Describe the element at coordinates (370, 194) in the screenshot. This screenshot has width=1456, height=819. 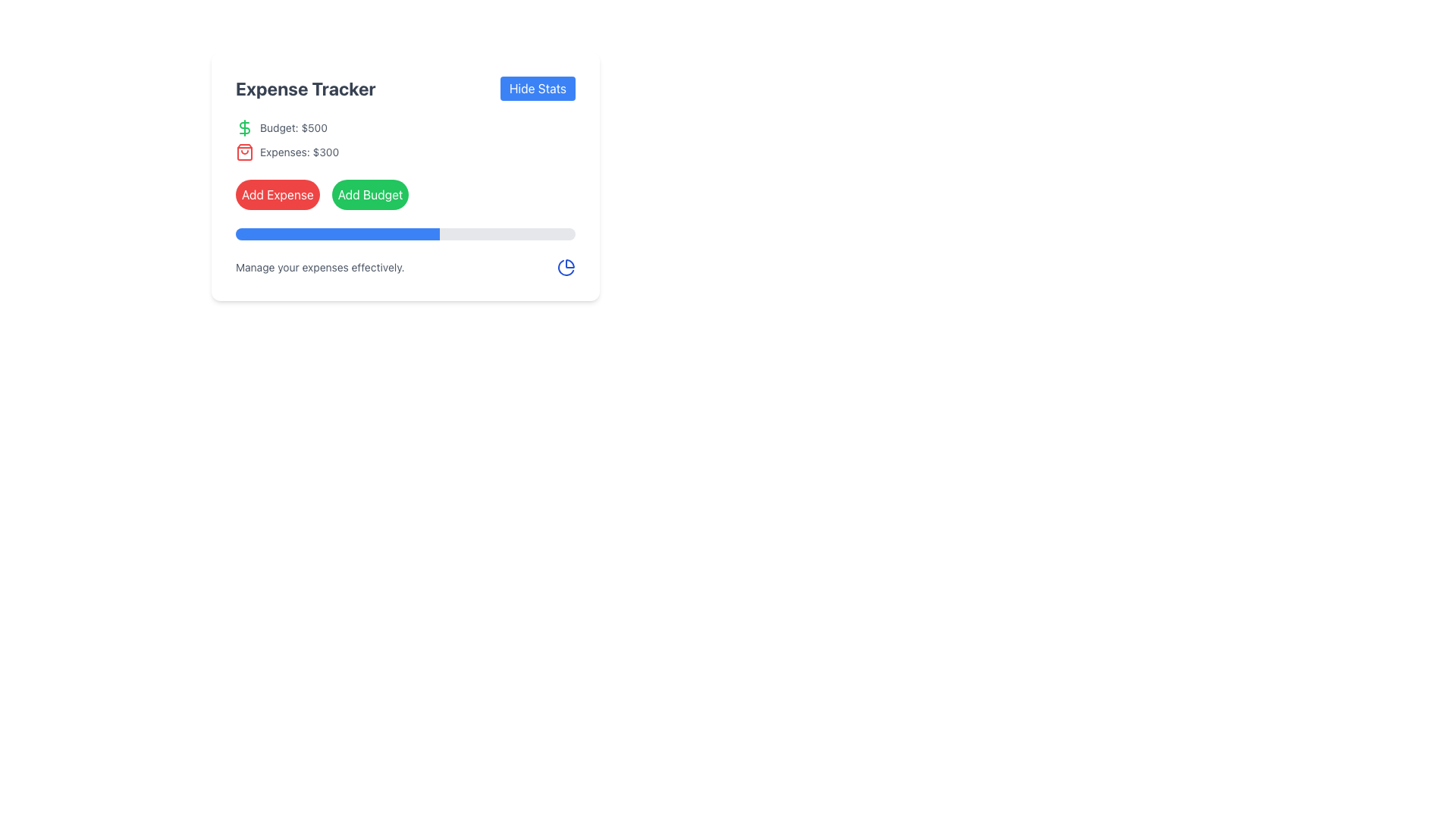
I see `the second button in the horizontal layout for budget management` at that location.